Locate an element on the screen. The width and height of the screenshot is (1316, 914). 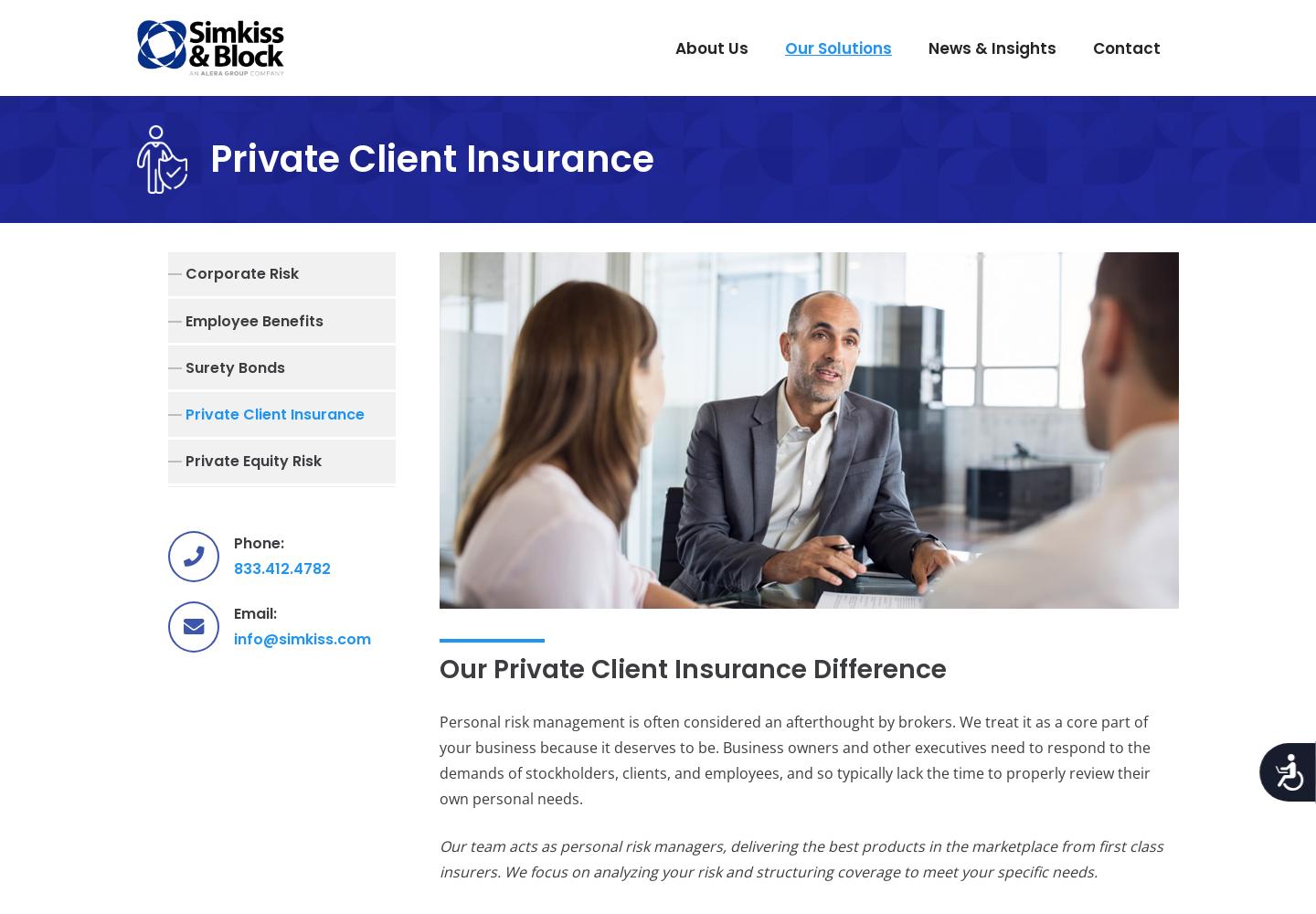
'Employee Benefits' is located at coordinates (186, 319).